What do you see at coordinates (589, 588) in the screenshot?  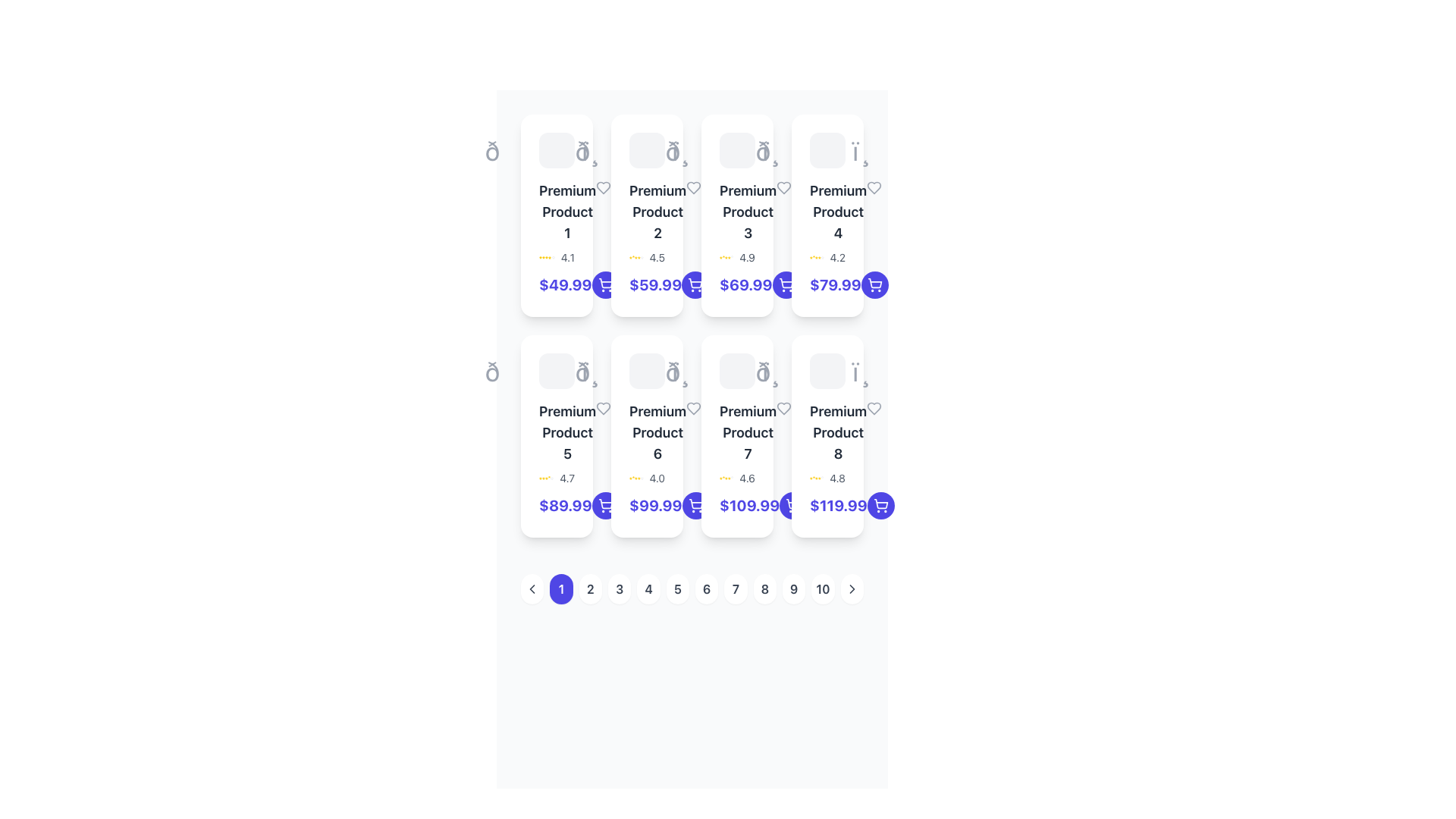 I see `the second pagination button that navigates to the second page of the product listing` at bounding box center [589, 588].